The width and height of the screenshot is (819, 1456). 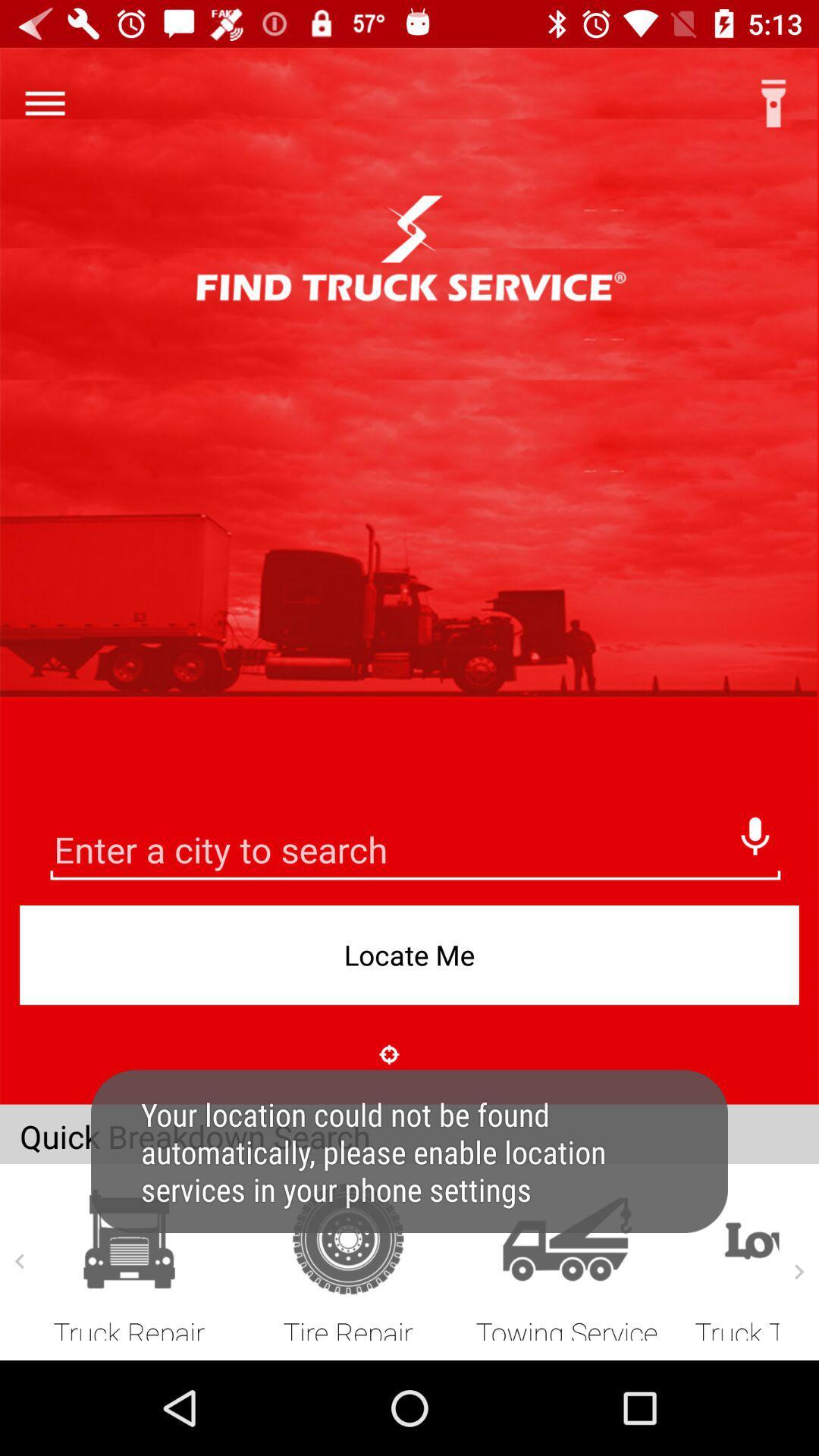 What do you see at coordinates (755, 831) in the screenshot?
I see `the microphone icon` at bounding box center [755, 831].